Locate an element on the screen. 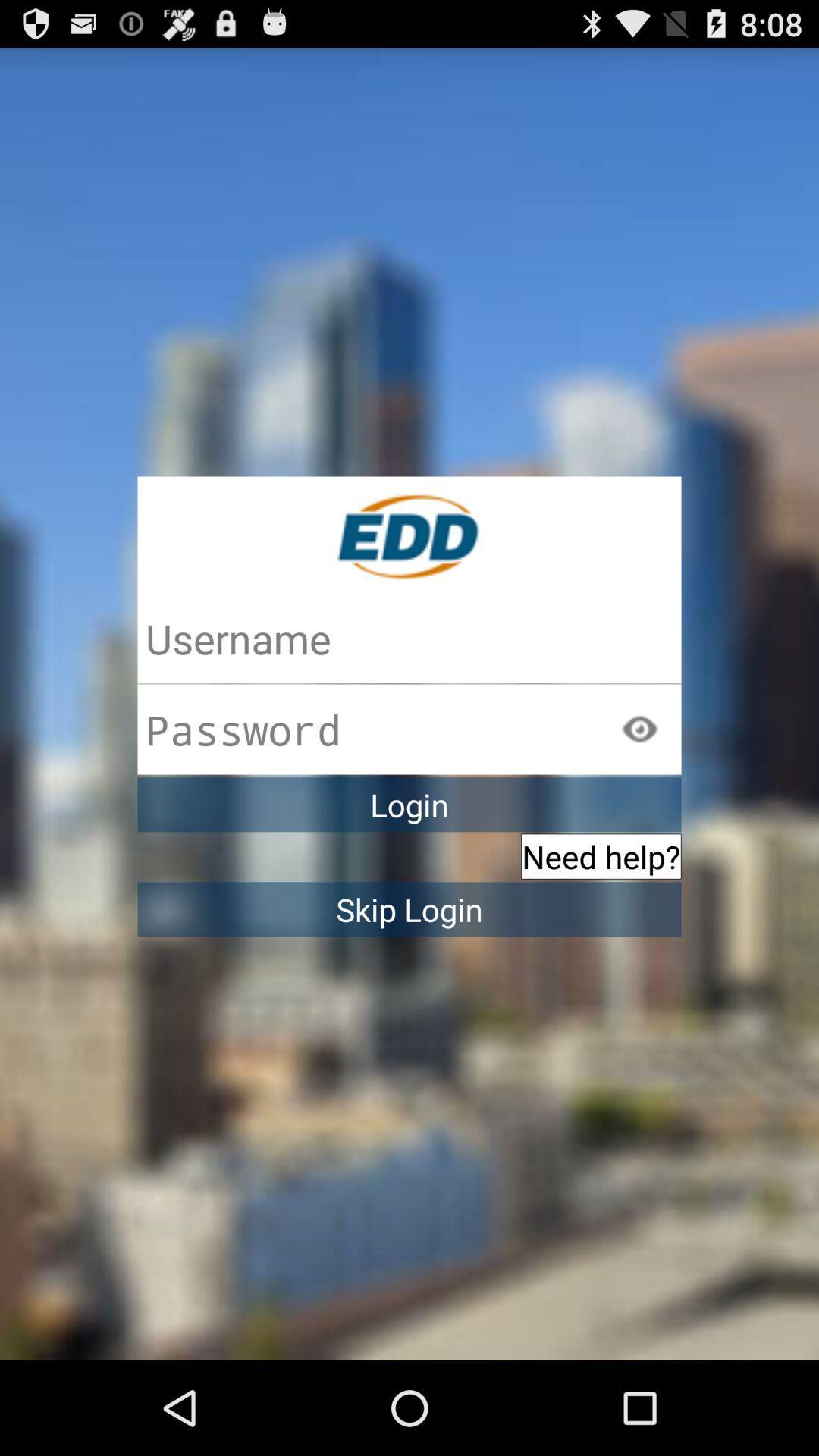 This screenshot has width=819, height=1456. skip login icon is located at coordinates (409, 909).